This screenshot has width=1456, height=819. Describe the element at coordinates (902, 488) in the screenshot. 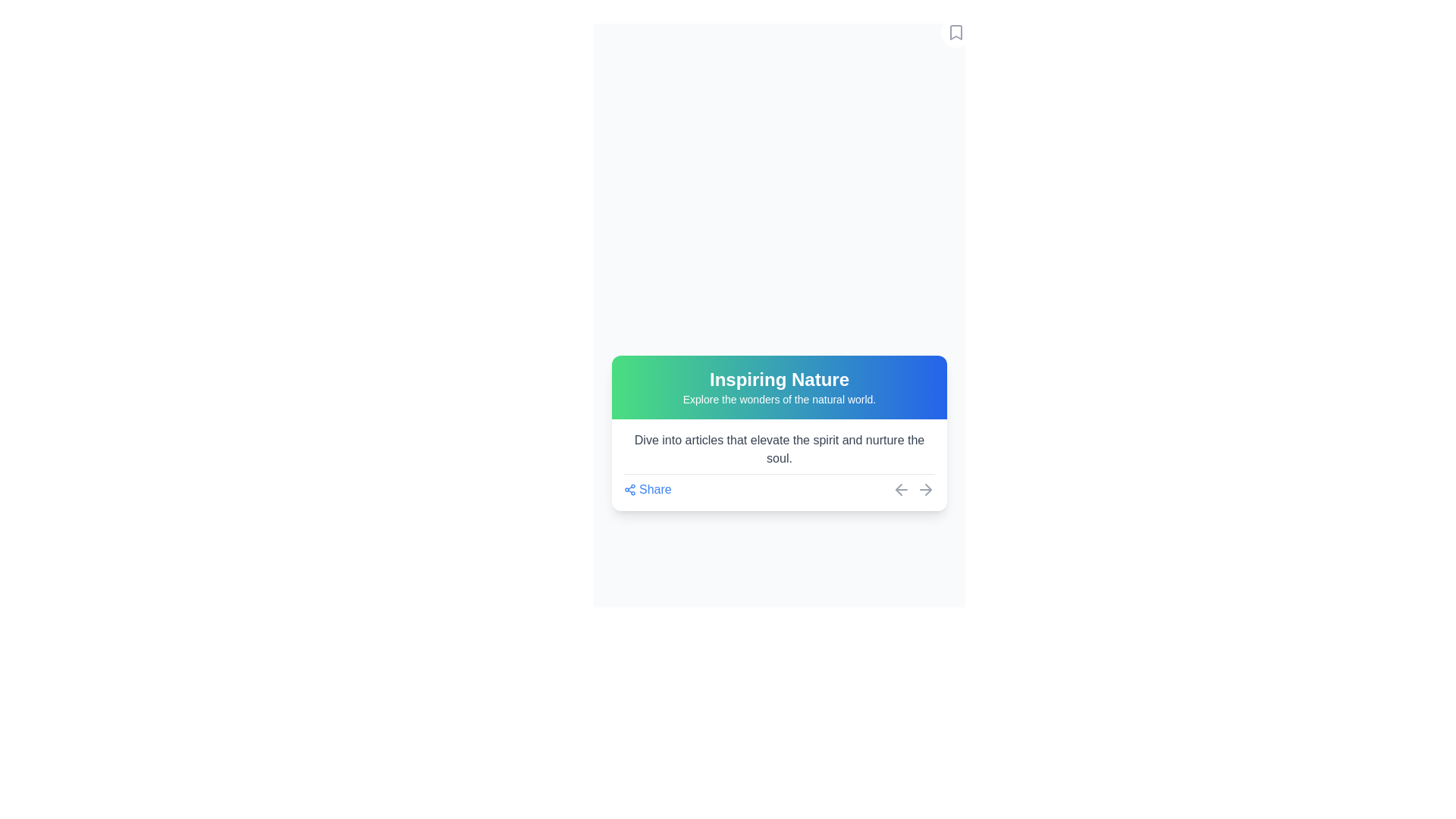

I see `the left arrow icon button located at the bottom right of the 'Inspiring Nature' card` at that location.